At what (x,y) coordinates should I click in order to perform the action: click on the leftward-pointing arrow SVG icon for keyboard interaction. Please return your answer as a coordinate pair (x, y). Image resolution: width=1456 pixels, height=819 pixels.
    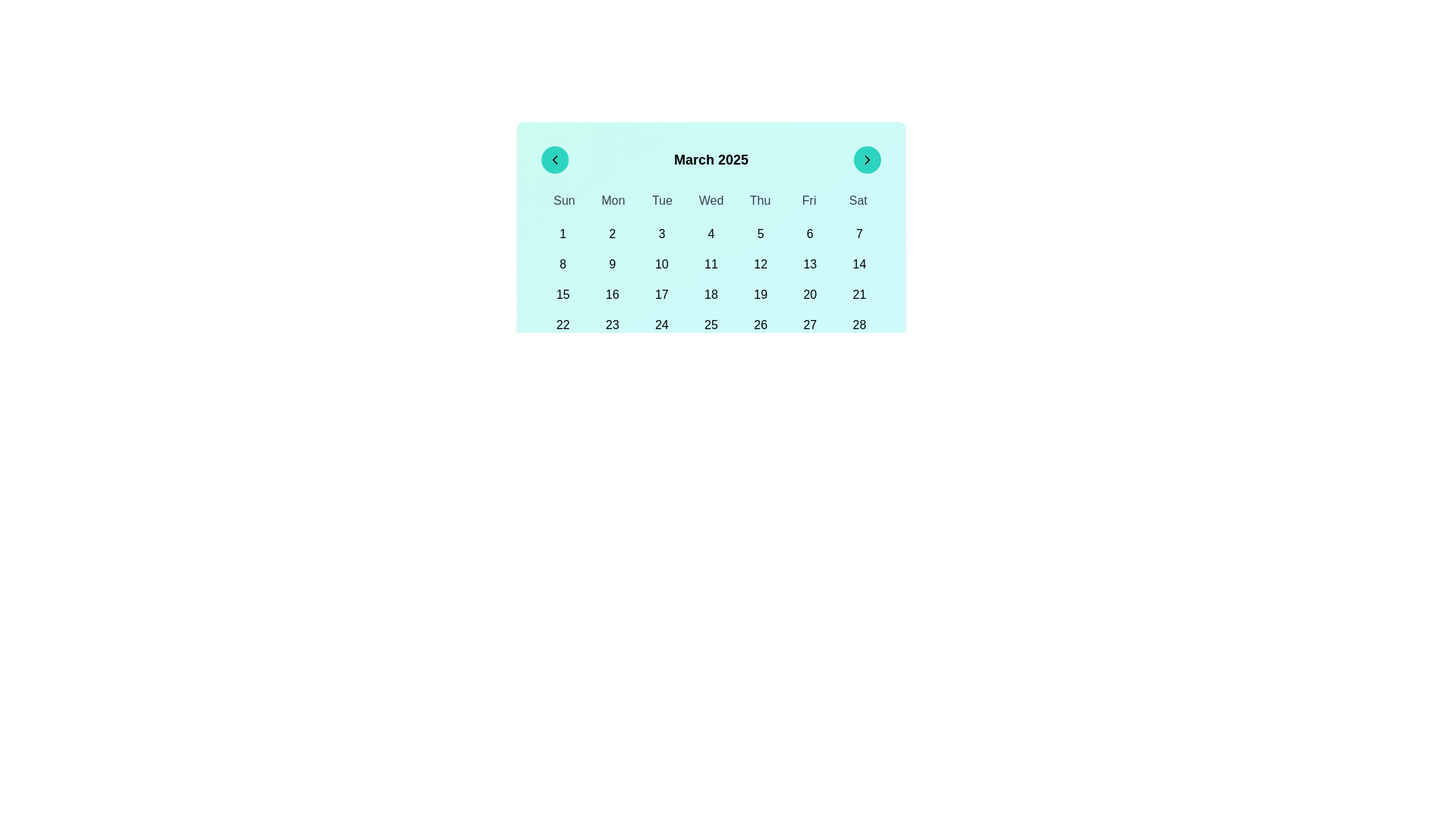
    Looking at the image, I should click on (554, 160).